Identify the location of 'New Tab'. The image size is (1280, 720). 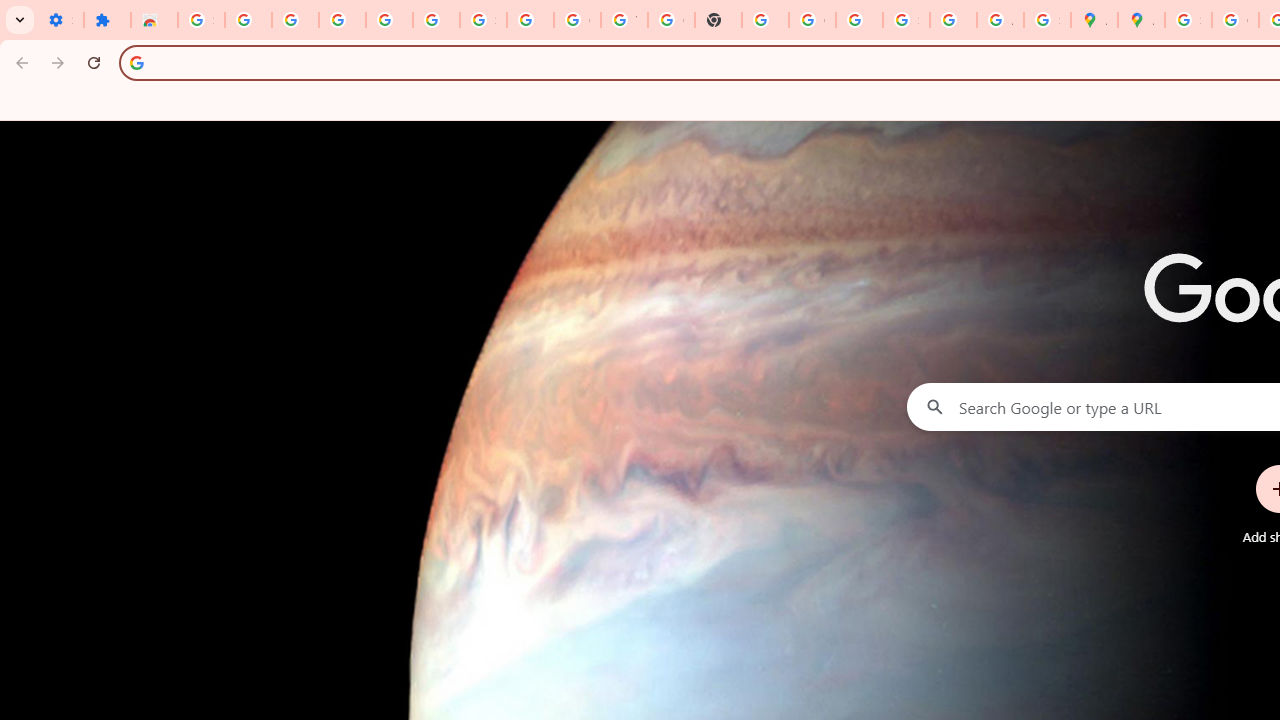
(718, 20).